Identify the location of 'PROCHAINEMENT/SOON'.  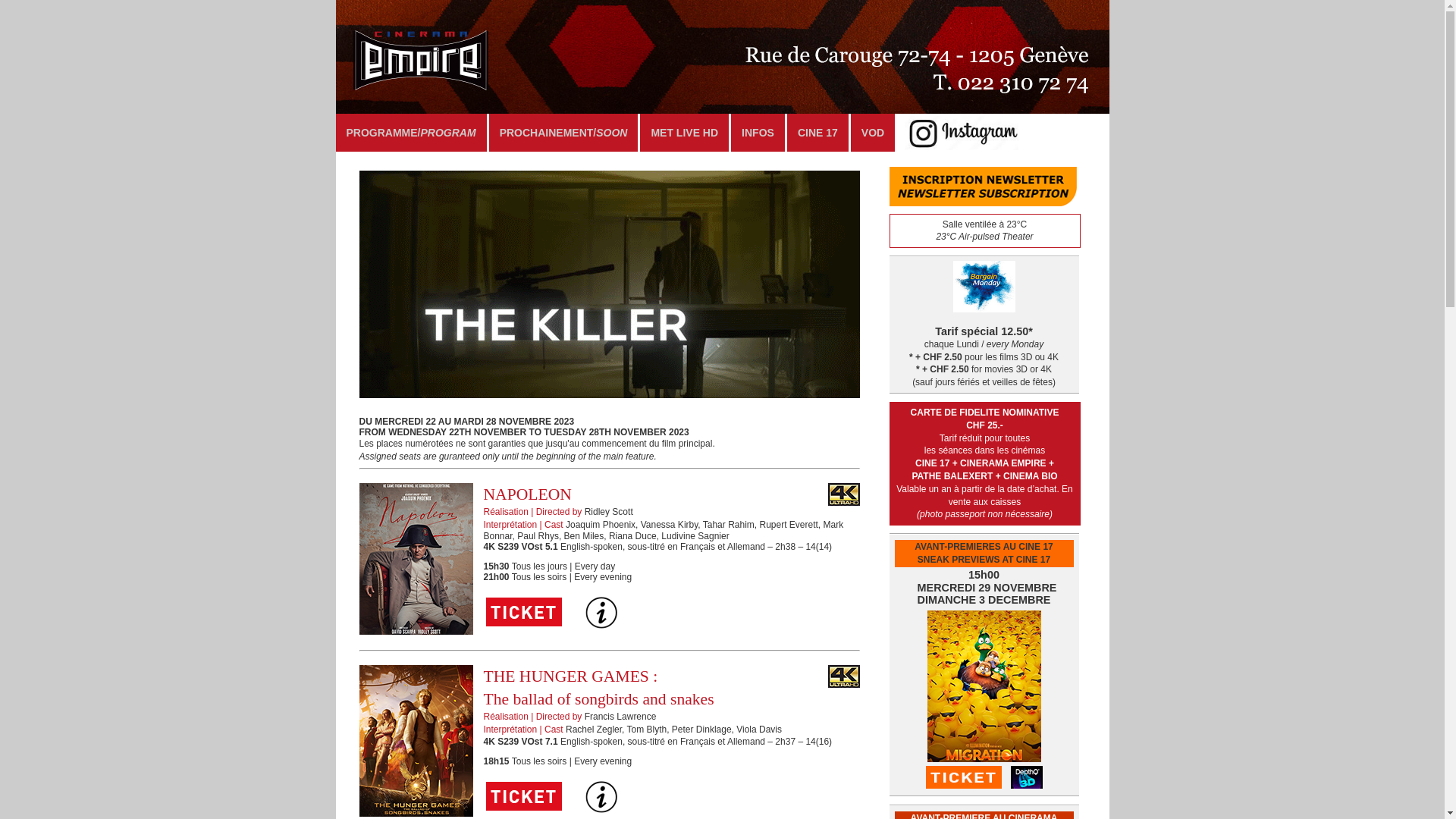
(563, 131).